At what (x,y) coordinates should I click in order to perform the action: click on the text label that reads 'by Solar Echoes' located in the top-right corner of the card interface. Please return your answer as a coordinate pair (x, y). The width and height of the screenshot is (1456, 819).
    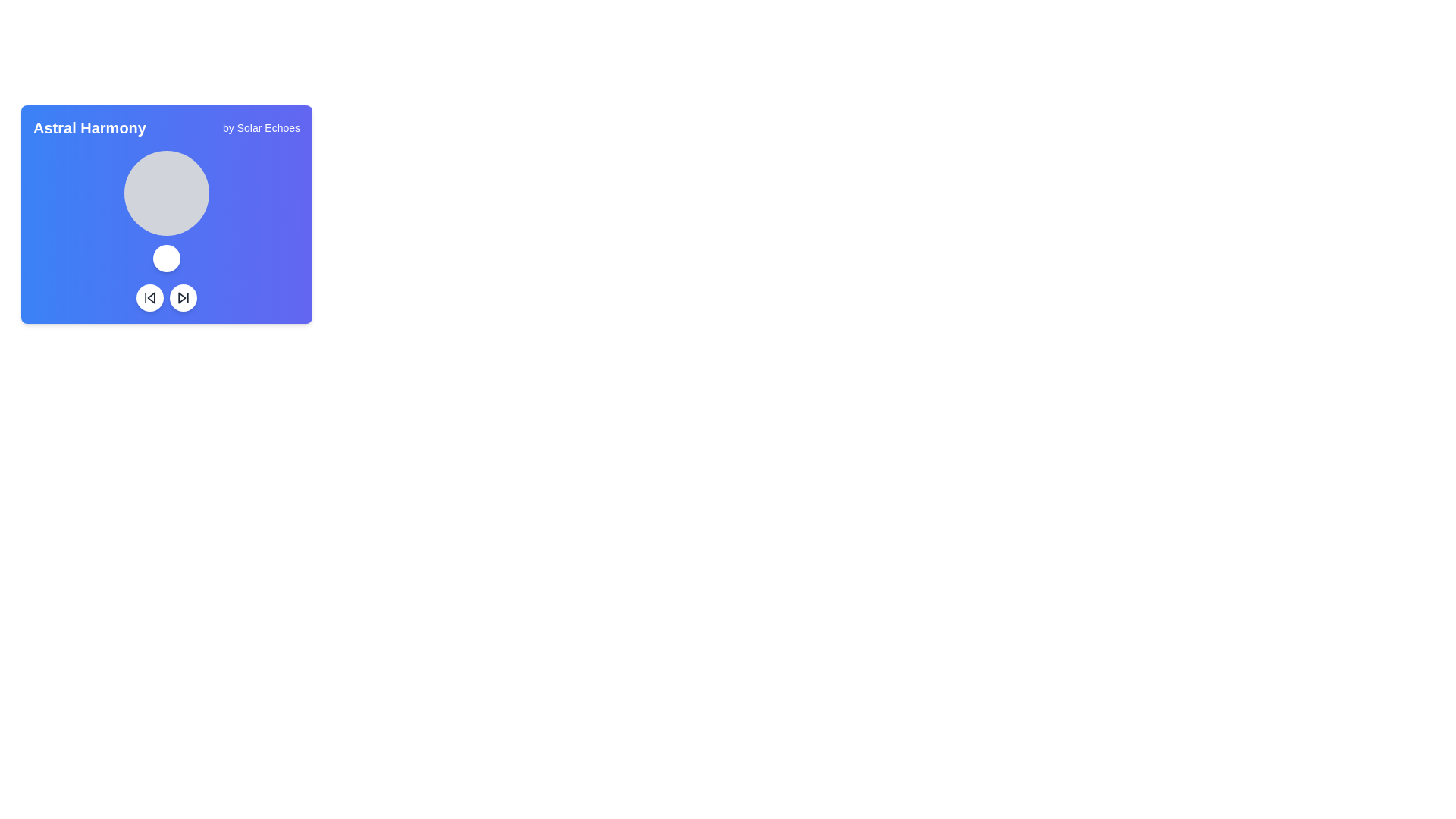
    Looking at the image, I should click on (262, 127).